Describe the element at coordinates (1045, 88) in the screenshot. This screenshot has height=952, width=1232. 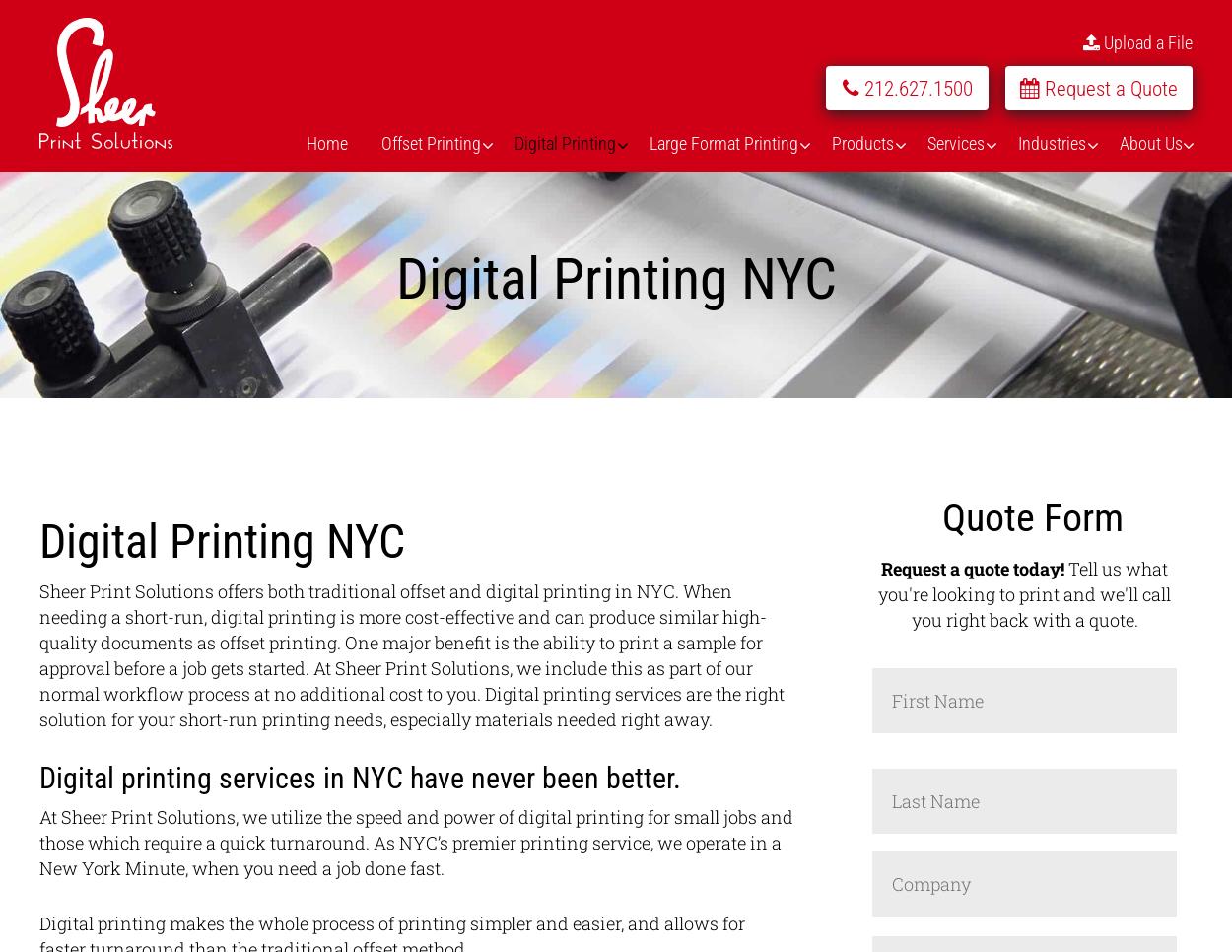
I see `'Request a Quote'` at that location.